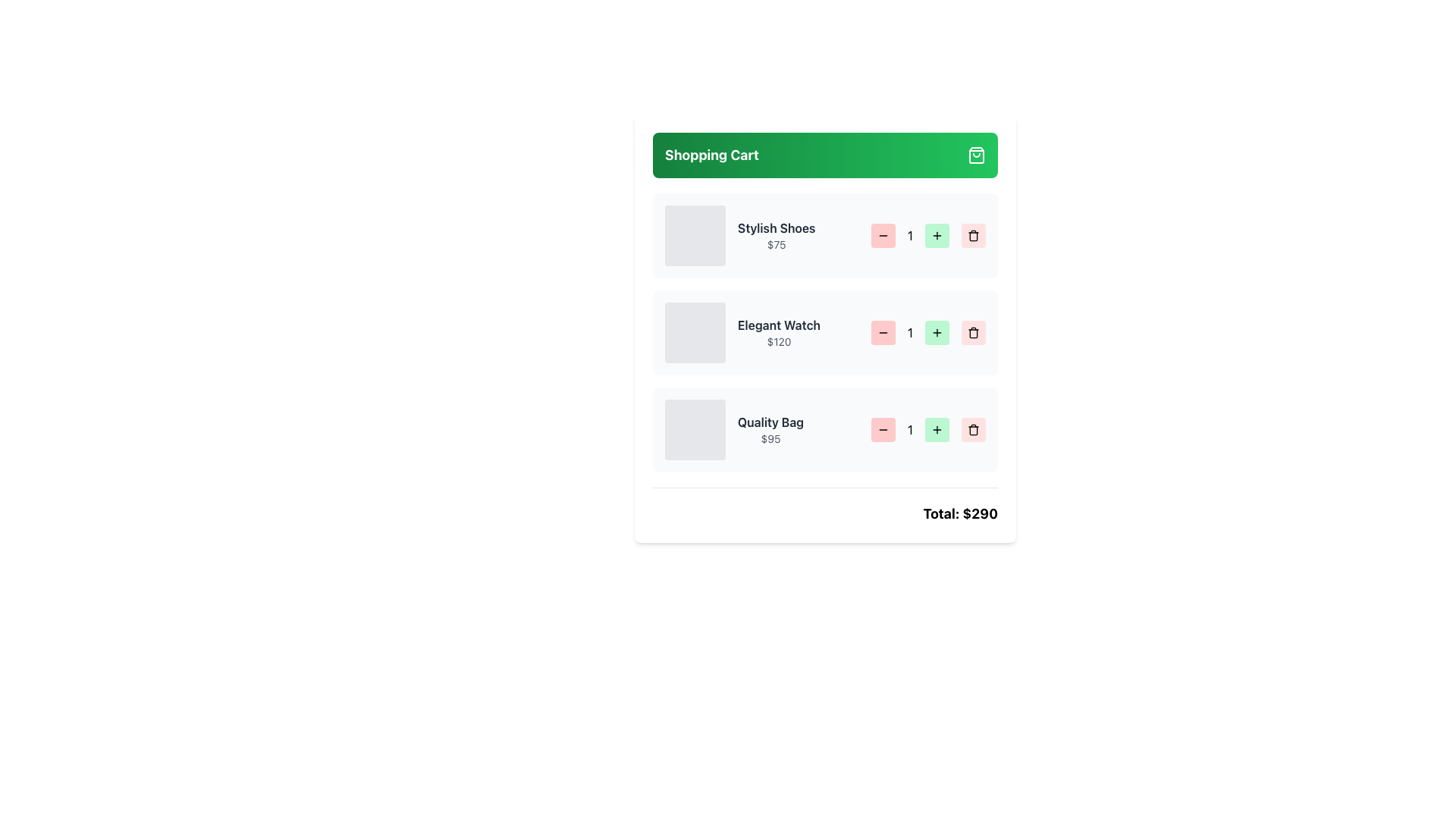 The height and width of the screenshot is (819, 1456). What do you see at coordinates (694, 236) in the screenshot?
I see `the square-shaped image placeholder or product thumbnail with a light gray background located at the top-left corner of the 'Stylish Shoes $75' section` at bounding box center [694, 236].